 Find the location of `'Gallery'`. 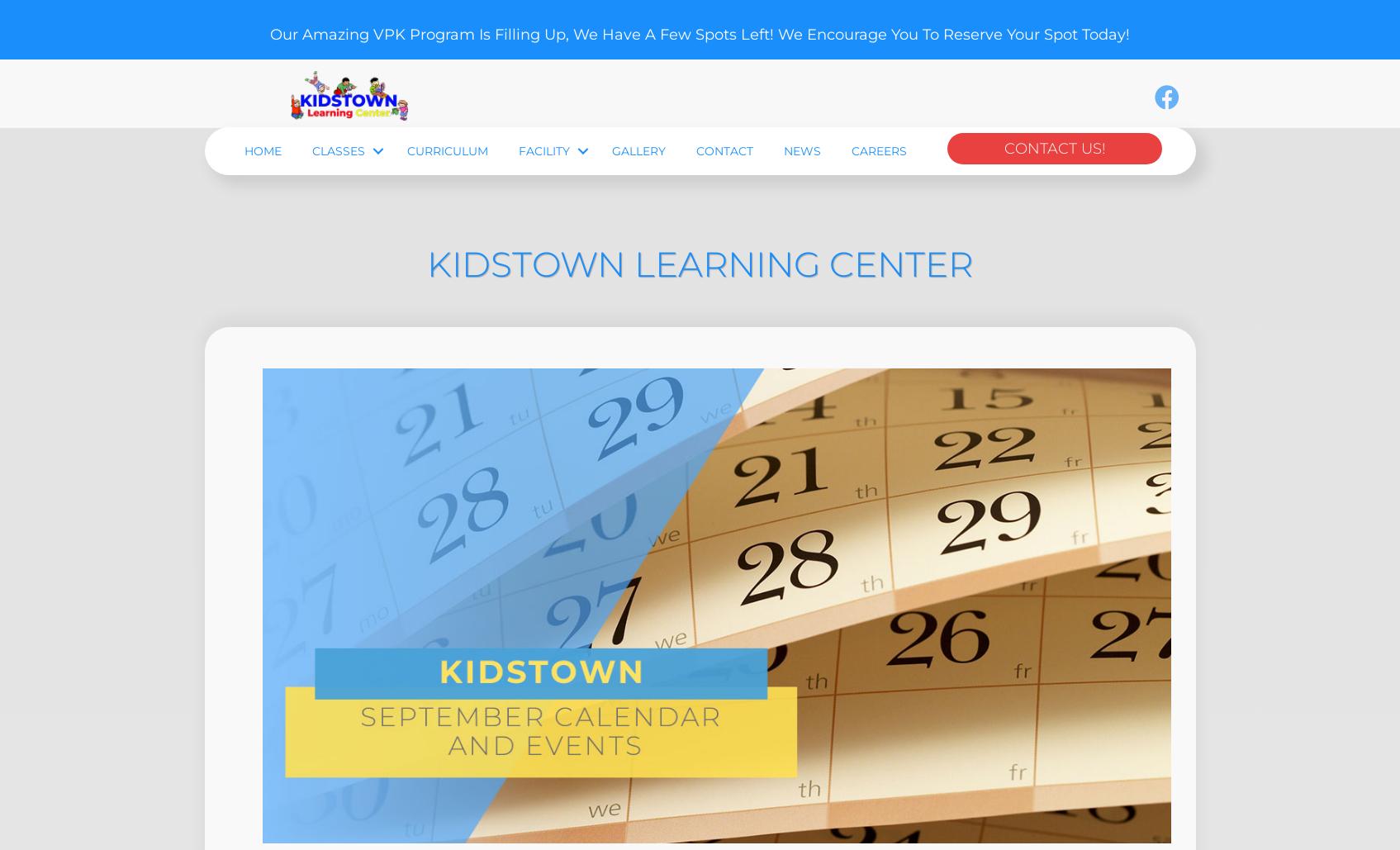

'Gallery' is located at coordinates (611, 245).